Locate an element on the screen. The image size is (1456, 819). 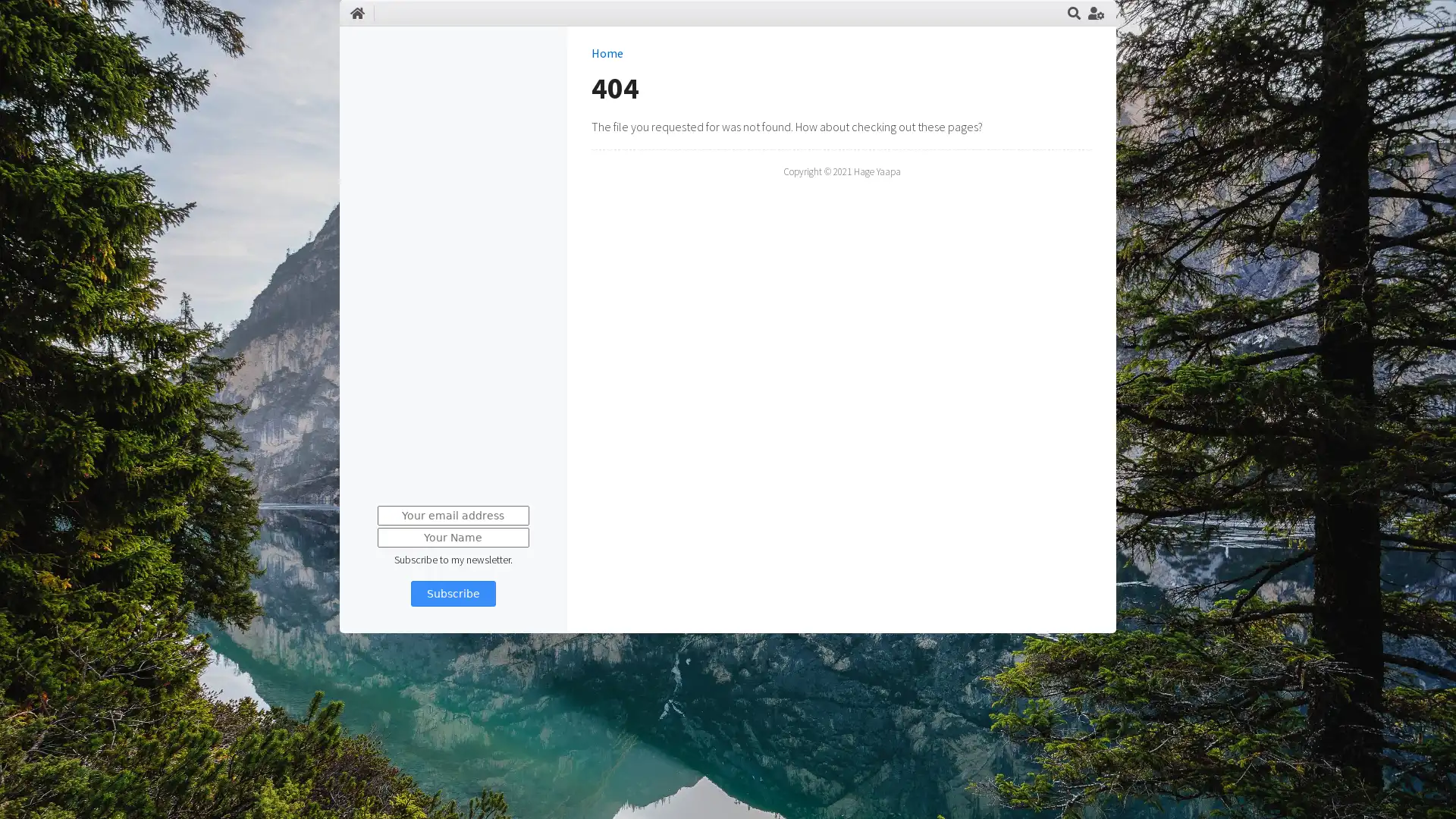
Subscribe is located at coordinates (451, 593).